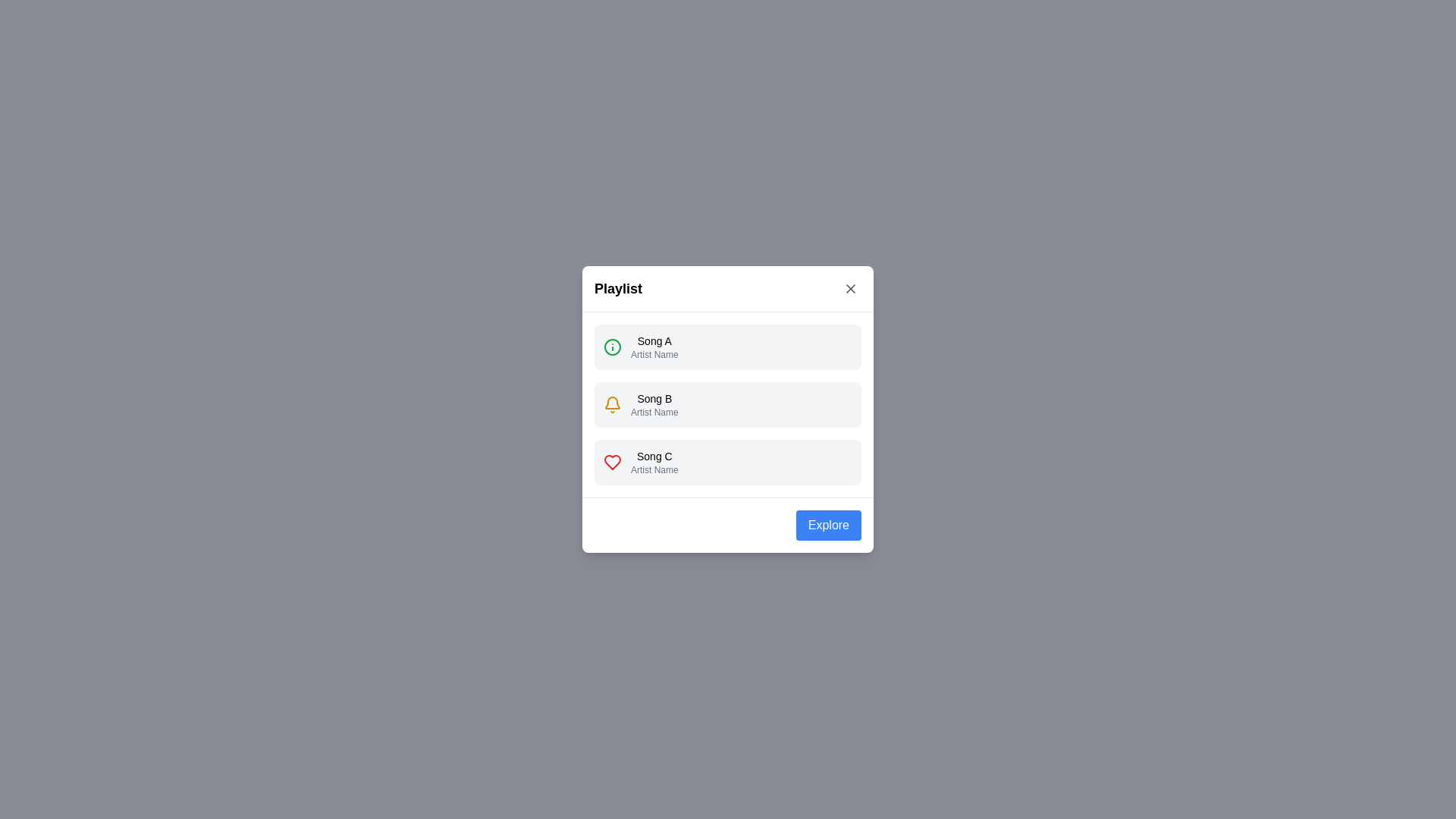  Describe the element at coordinates (728, 347) in the screenshot. I see `the first list item in the playlist, which contains the title 'Song A' and the subtitle 'Artist Name'` at that location.